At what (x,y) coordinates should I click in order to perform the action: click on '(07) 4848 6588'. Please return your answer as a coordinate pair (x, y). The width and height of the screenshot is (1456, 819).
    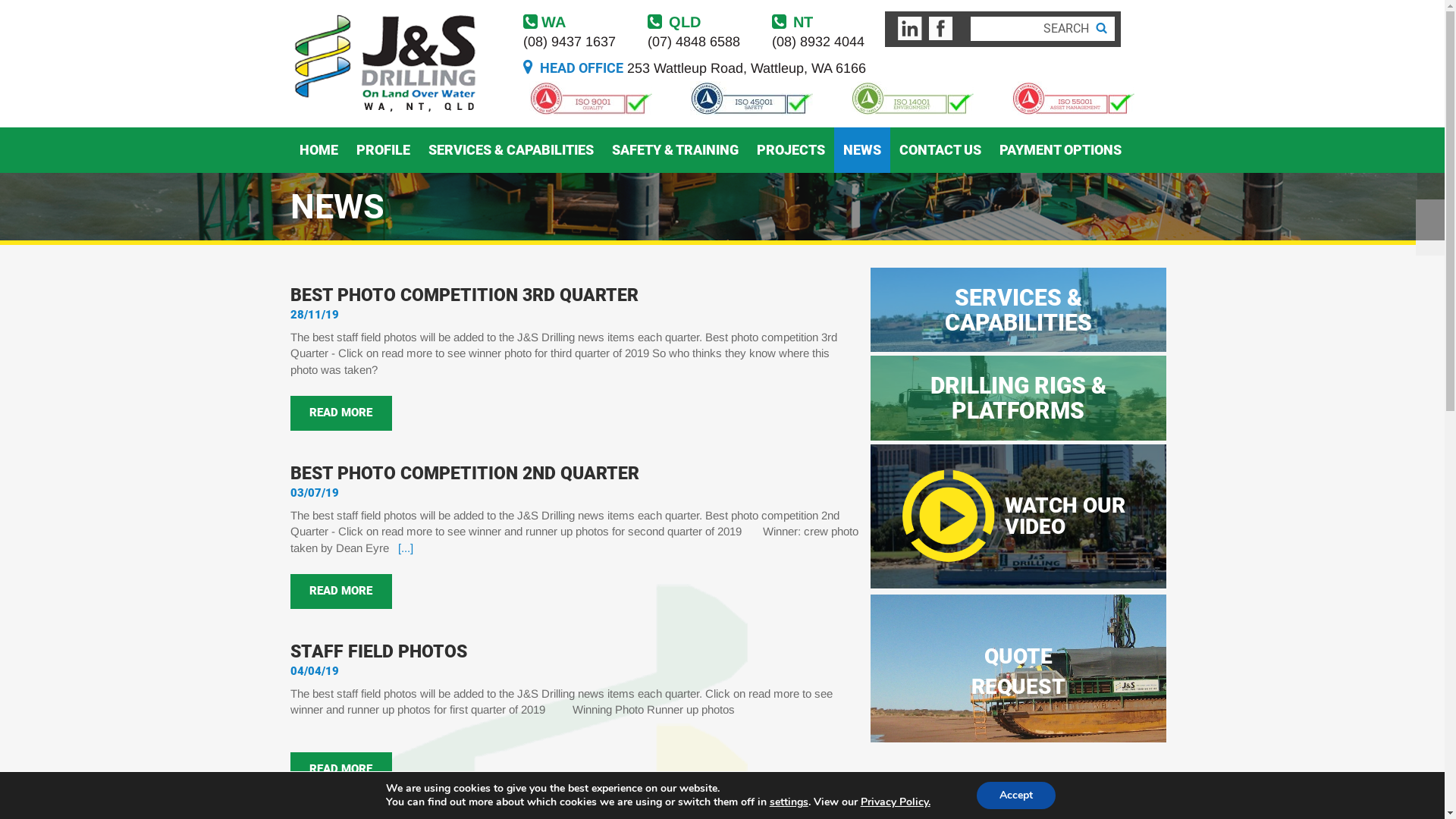
    Looking at the image, I should click on (698, 40).